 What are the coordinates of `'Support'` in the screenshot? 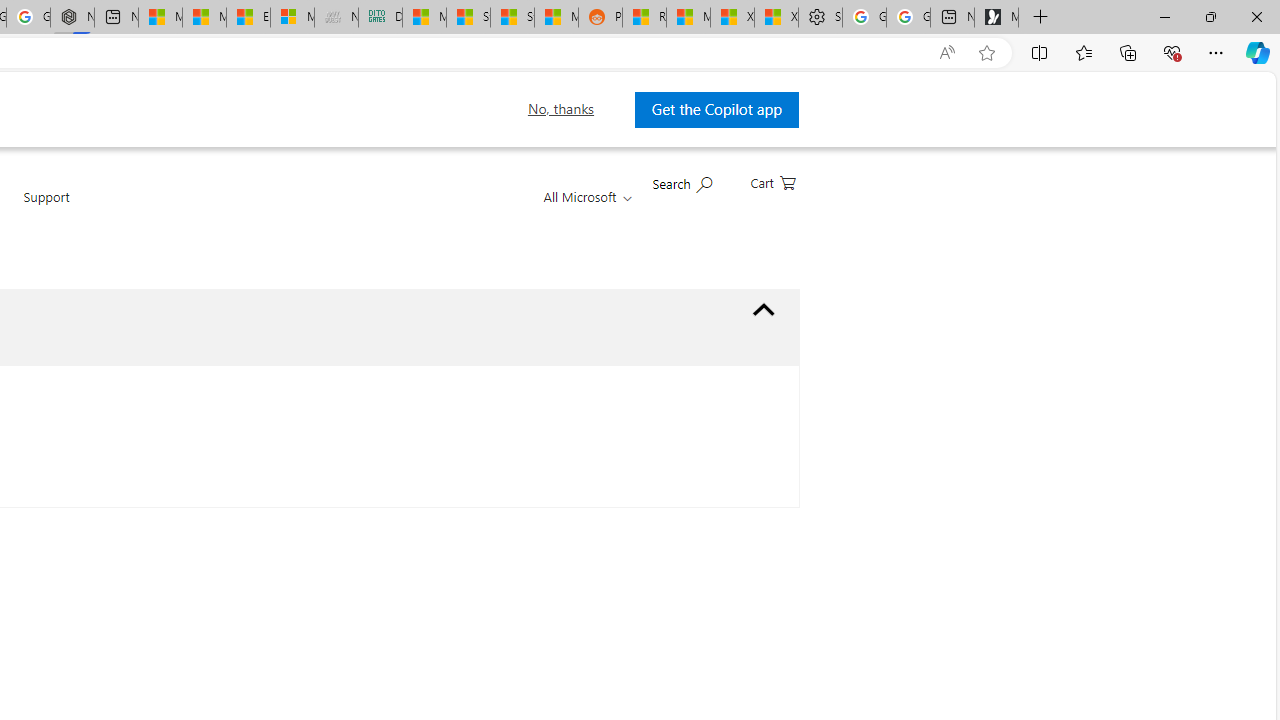 It's located at (46, 208).